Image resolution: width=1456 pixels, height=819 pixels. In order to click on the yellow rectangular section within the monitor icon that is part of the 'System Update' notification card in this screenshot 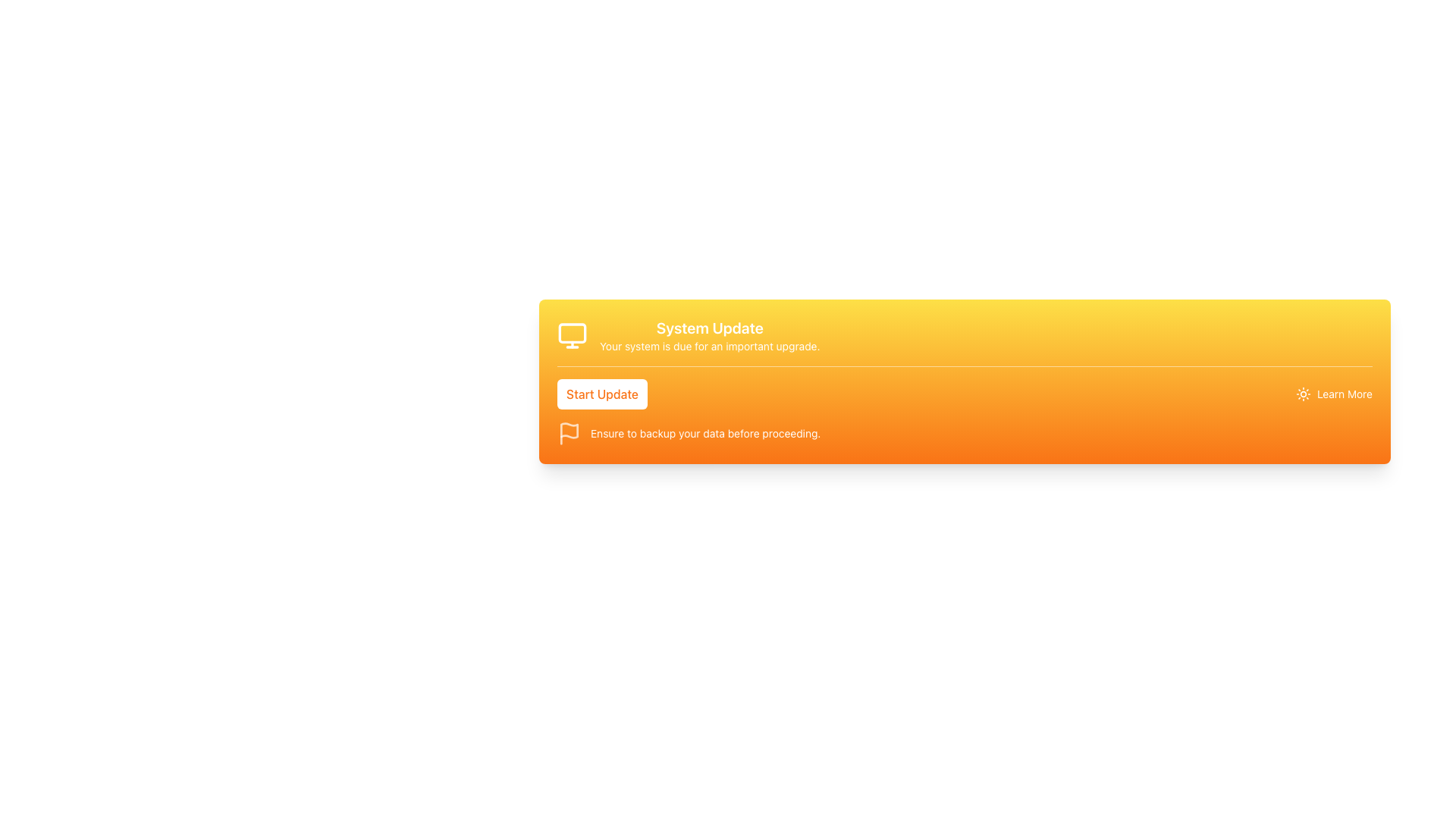, I will do `click(571, 332)`.